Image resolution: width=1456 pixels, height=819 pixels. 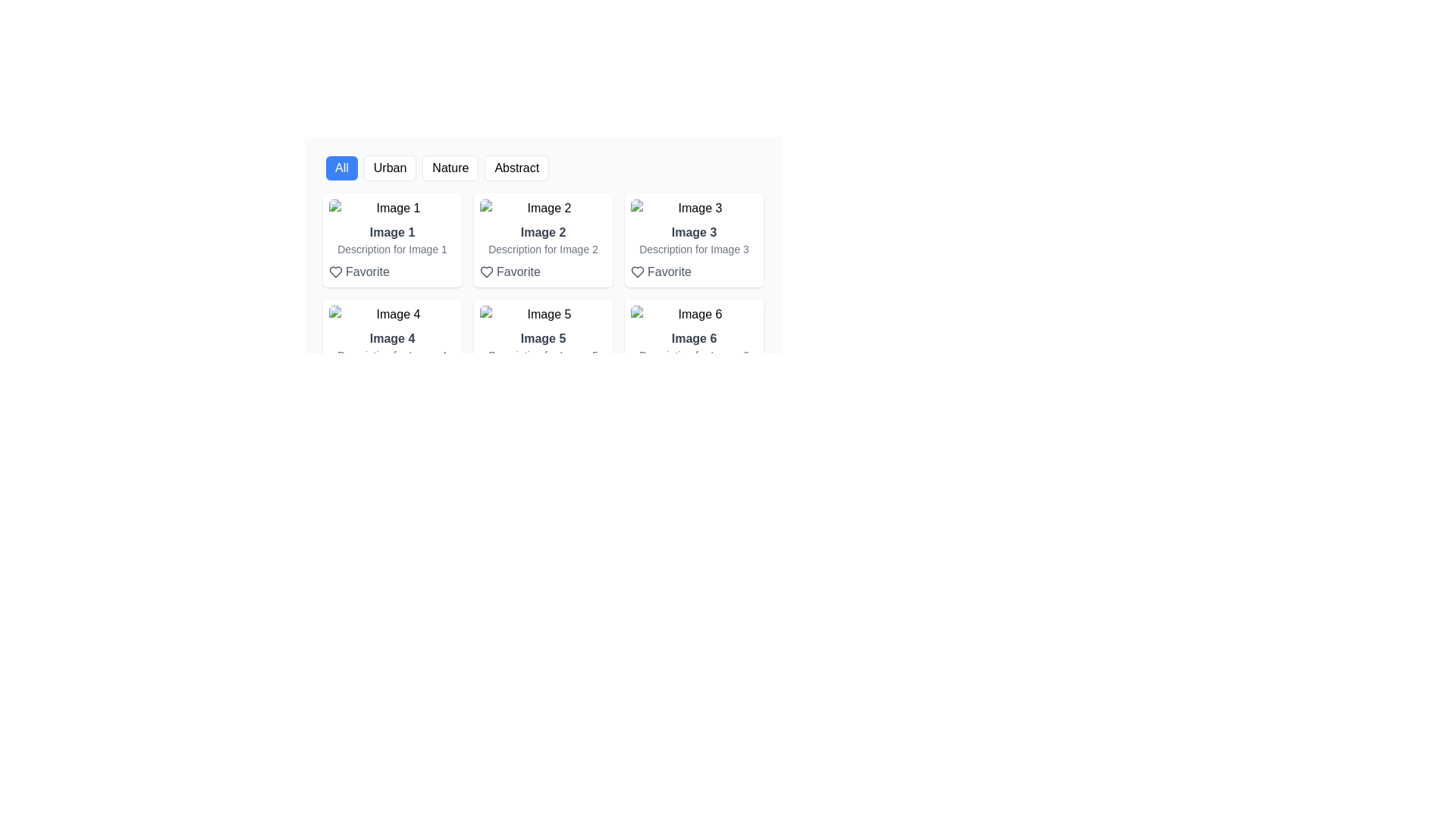 What do you see at coordinates (543, 251) in the screenshot?
I see `the favorite button on the composite card located in the top row and middle column of the grid layout by using keyboard navigation` at bounding box center [543, 251].